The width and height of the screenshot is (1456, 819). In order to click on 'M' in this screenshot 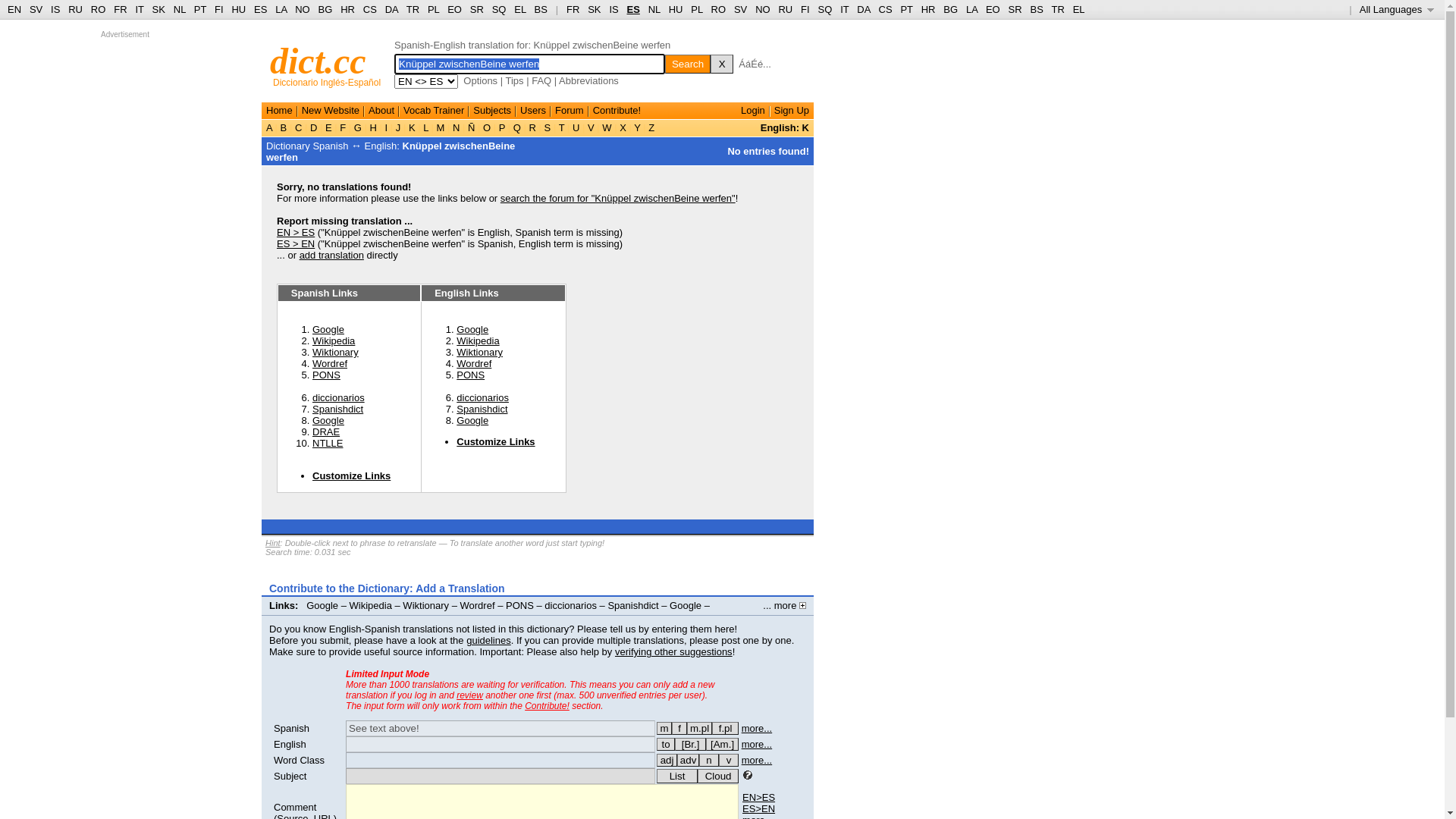, I will do `click(439, 127)`.